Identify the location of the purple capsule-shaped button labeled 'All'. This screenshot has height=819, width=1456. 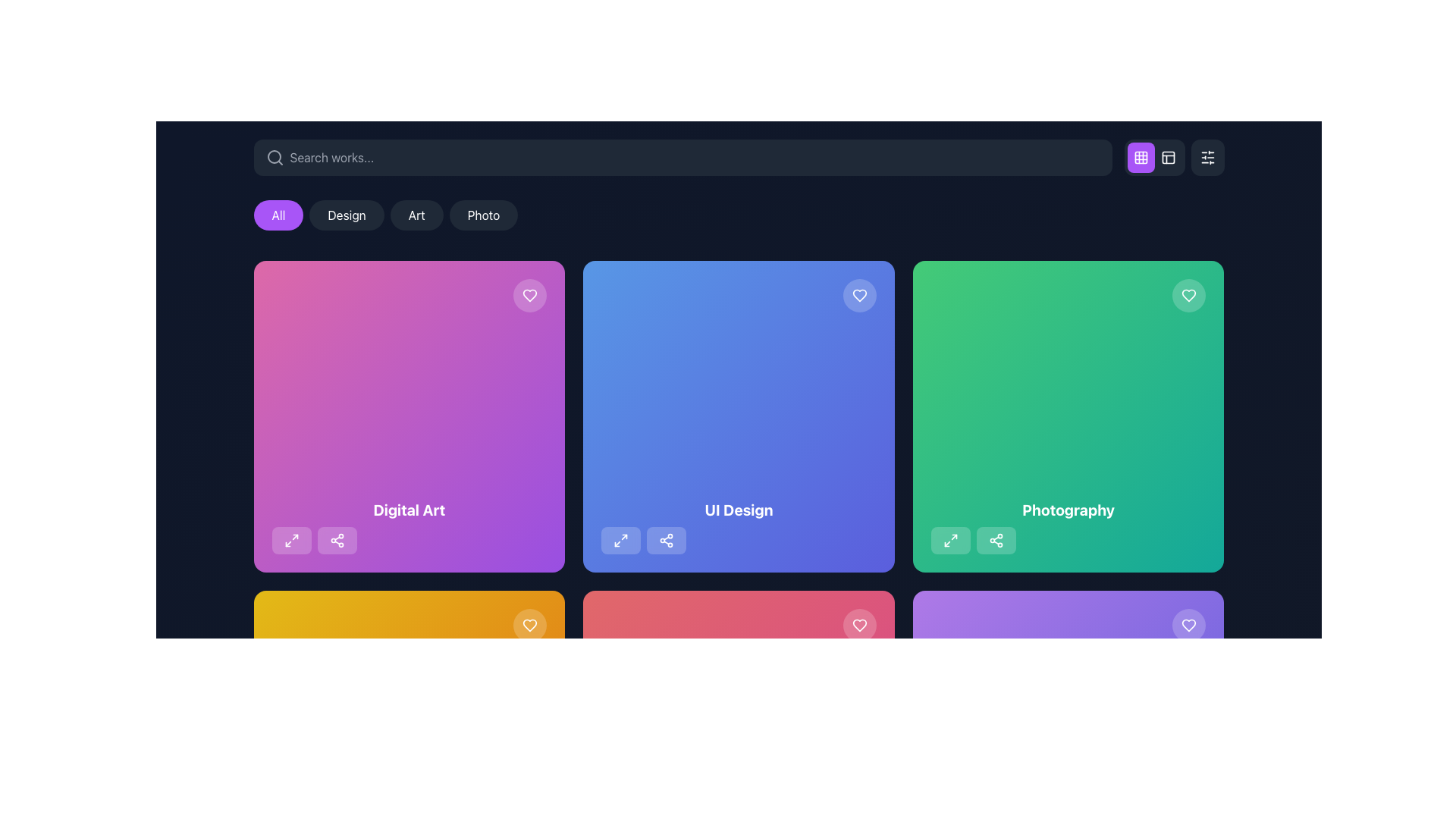
(278, 215).